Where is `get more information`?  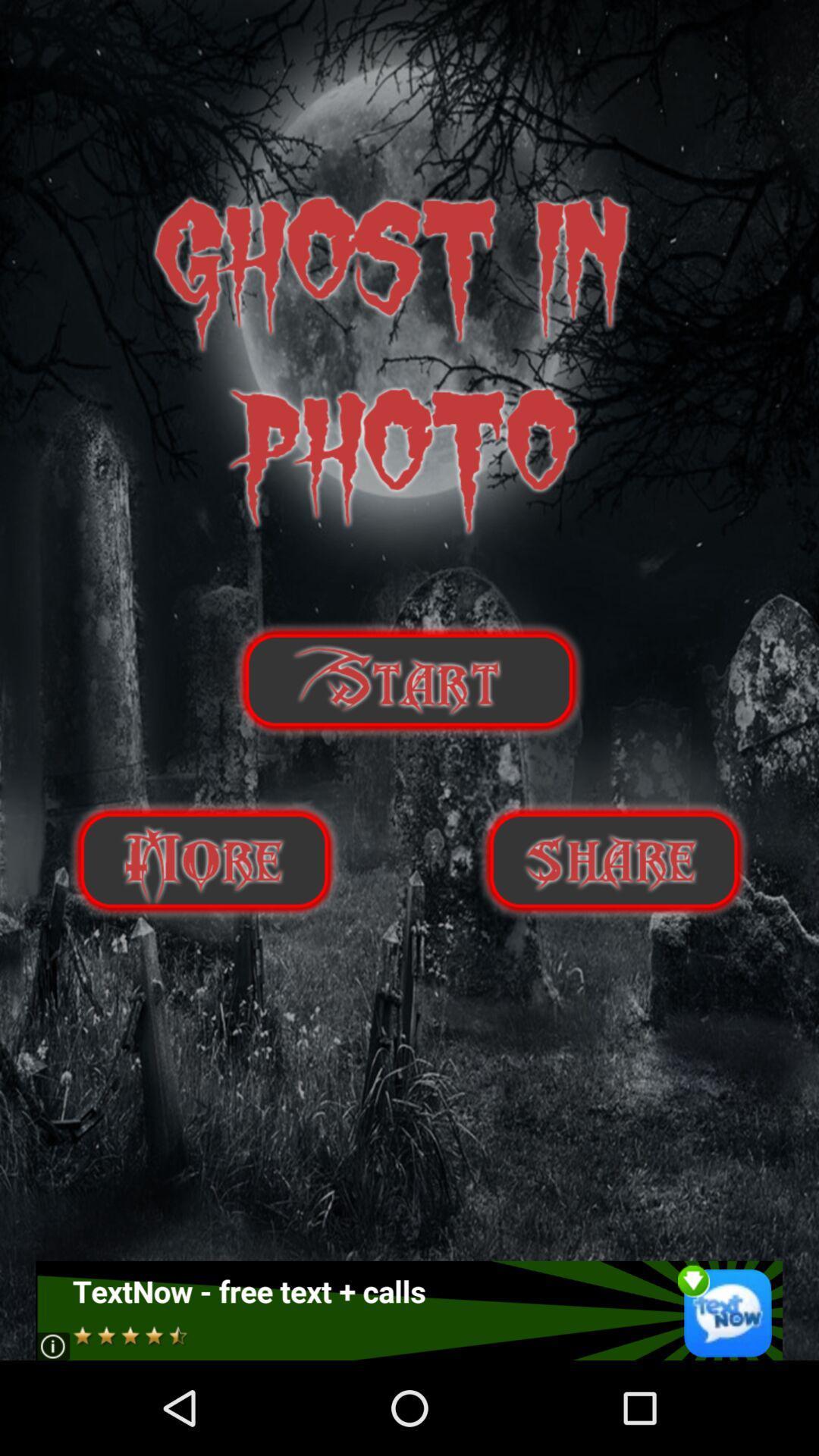
get more information is located at coordinates (203, 860).